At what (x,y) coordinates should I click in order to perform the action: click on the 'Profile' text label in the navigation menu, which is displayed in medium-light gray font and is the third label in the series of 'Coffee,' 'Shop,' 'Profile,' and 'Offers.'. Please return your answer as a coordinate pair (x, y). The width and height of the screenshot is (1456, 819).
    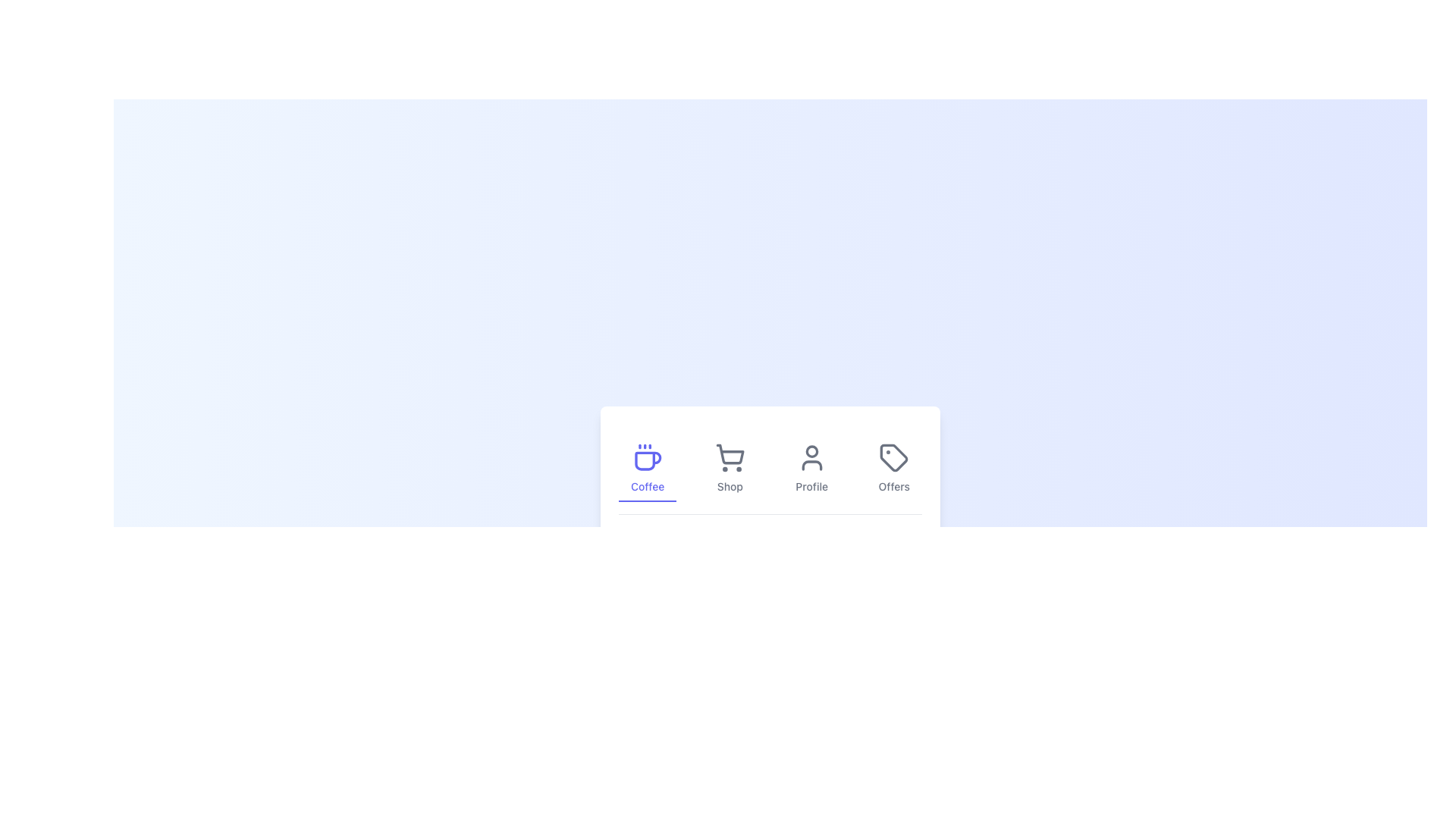
    Looking at the image, I should click on (811, 486).